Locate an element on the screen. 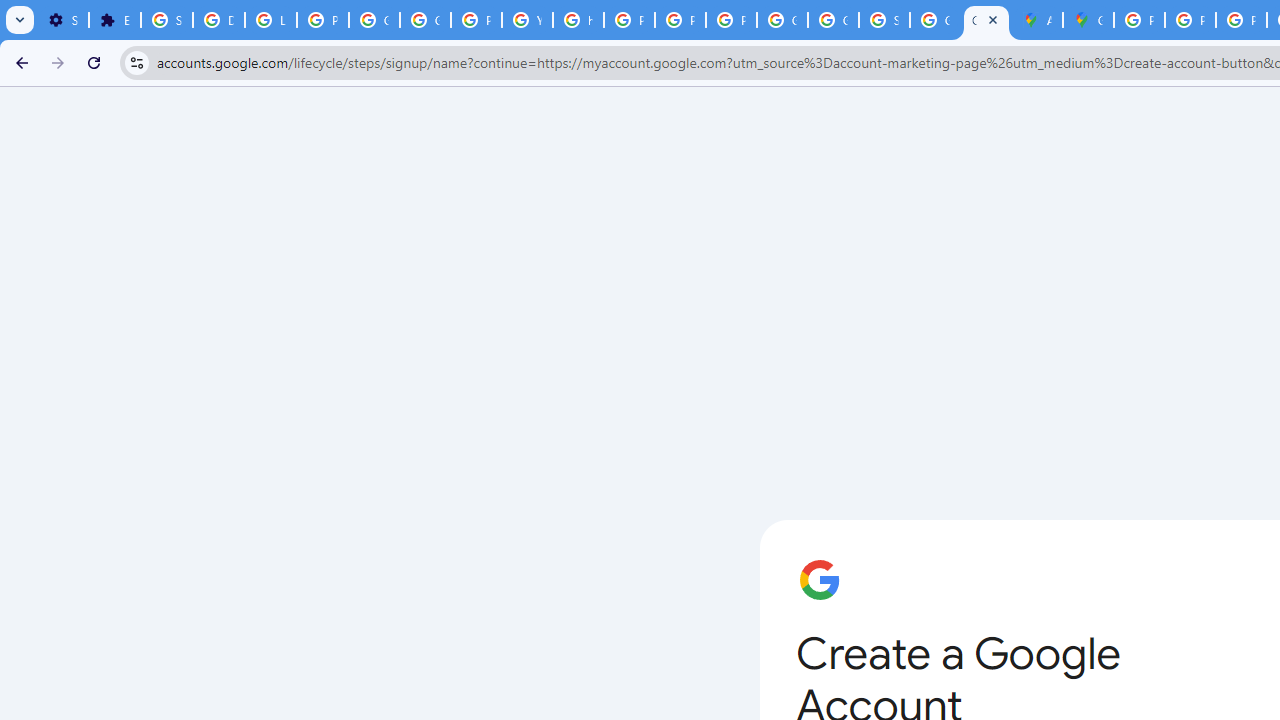 The width and height of the screenshot is (1280, 720). 'YouTube' is located at coordinates (527, 20).